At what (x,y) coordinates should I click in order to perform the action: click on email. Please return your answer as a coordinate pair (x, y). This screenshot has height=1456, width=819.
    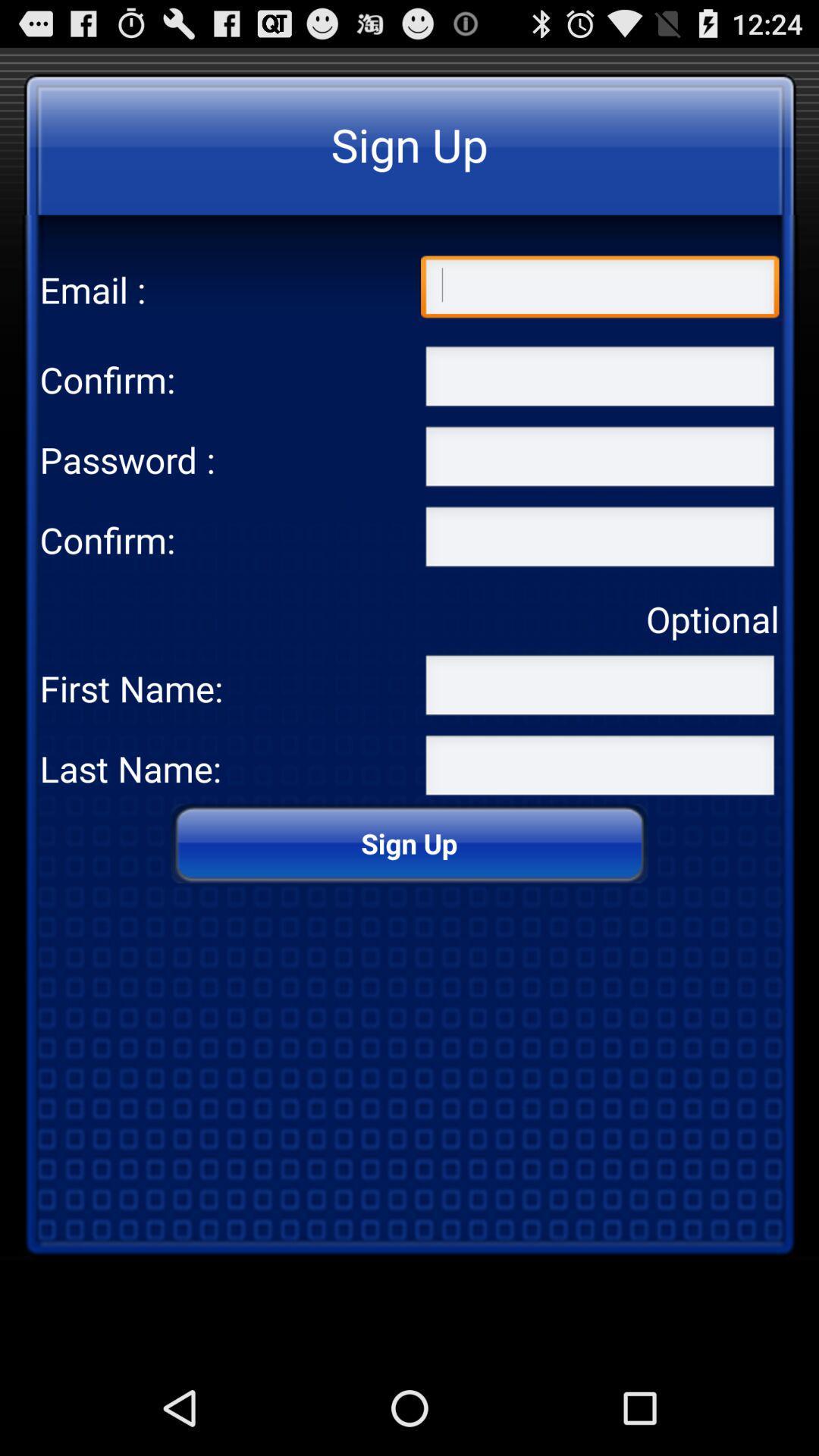
    Looking at the image, I should click on (599, 290).